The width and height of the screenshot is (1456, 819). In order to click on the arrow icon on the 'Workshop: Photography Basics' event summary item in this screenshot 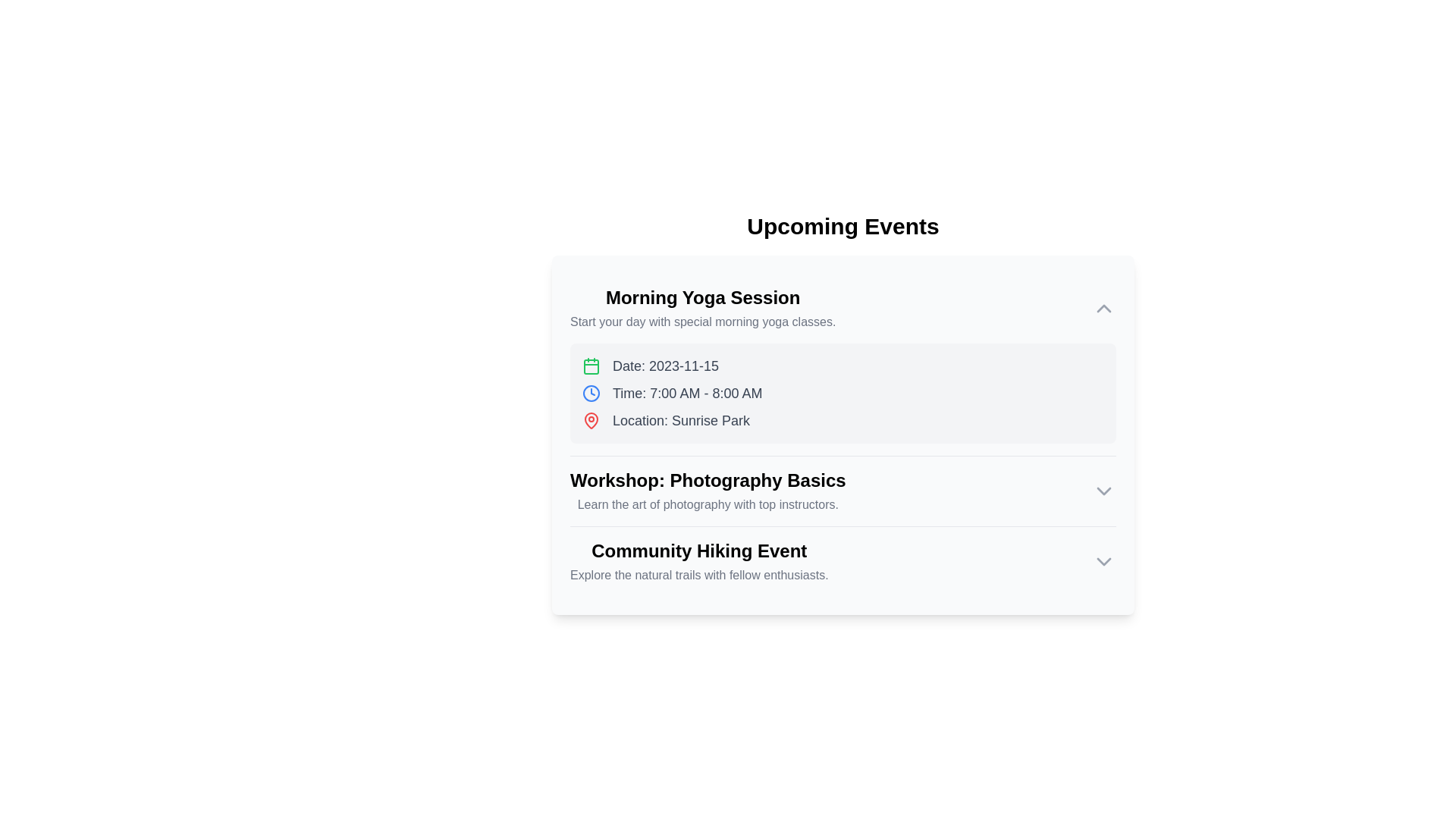, I will do `click(843, 491)`.